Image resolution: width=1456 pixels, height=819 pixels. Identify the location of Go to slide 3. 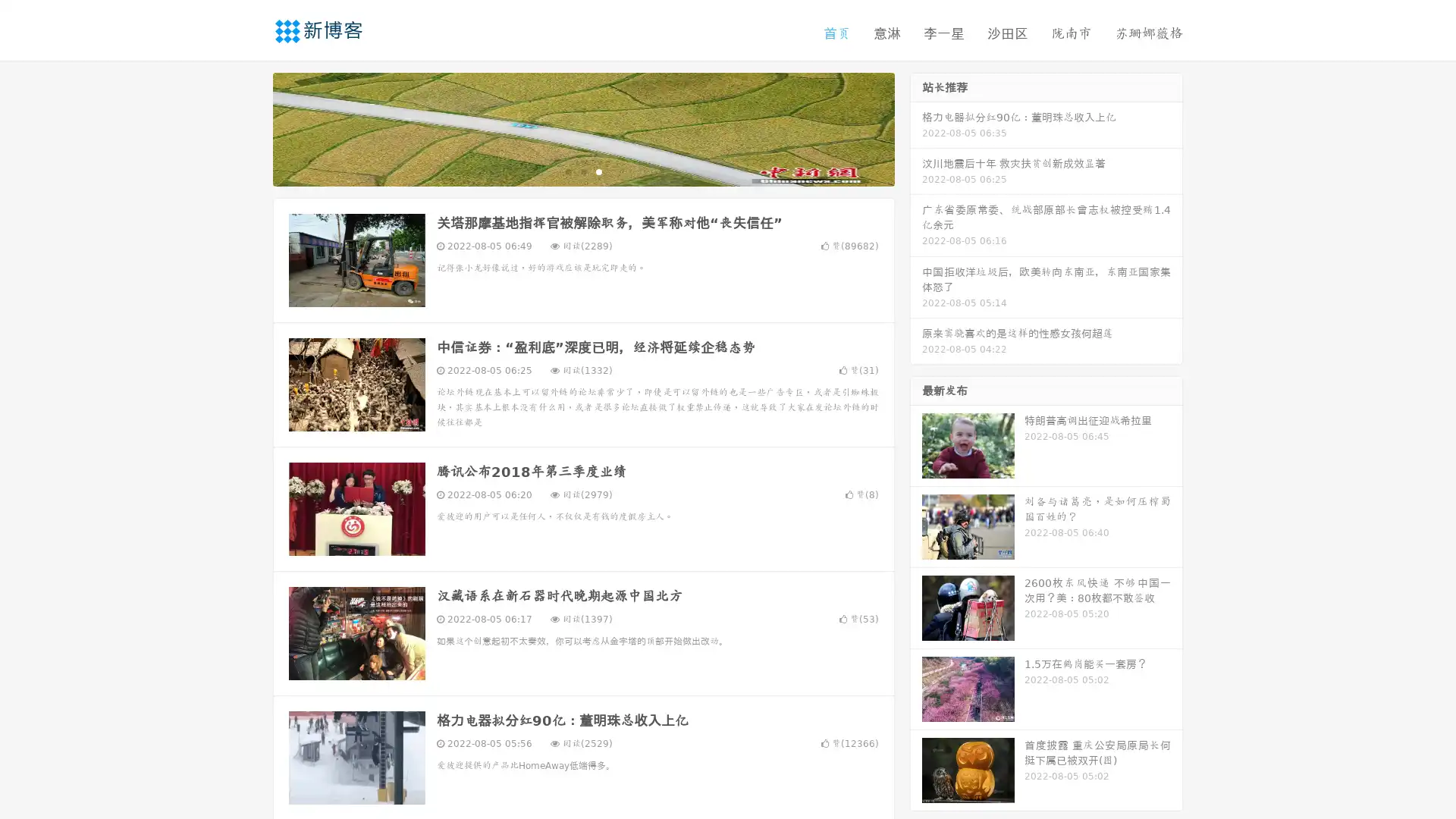
(598, 171).